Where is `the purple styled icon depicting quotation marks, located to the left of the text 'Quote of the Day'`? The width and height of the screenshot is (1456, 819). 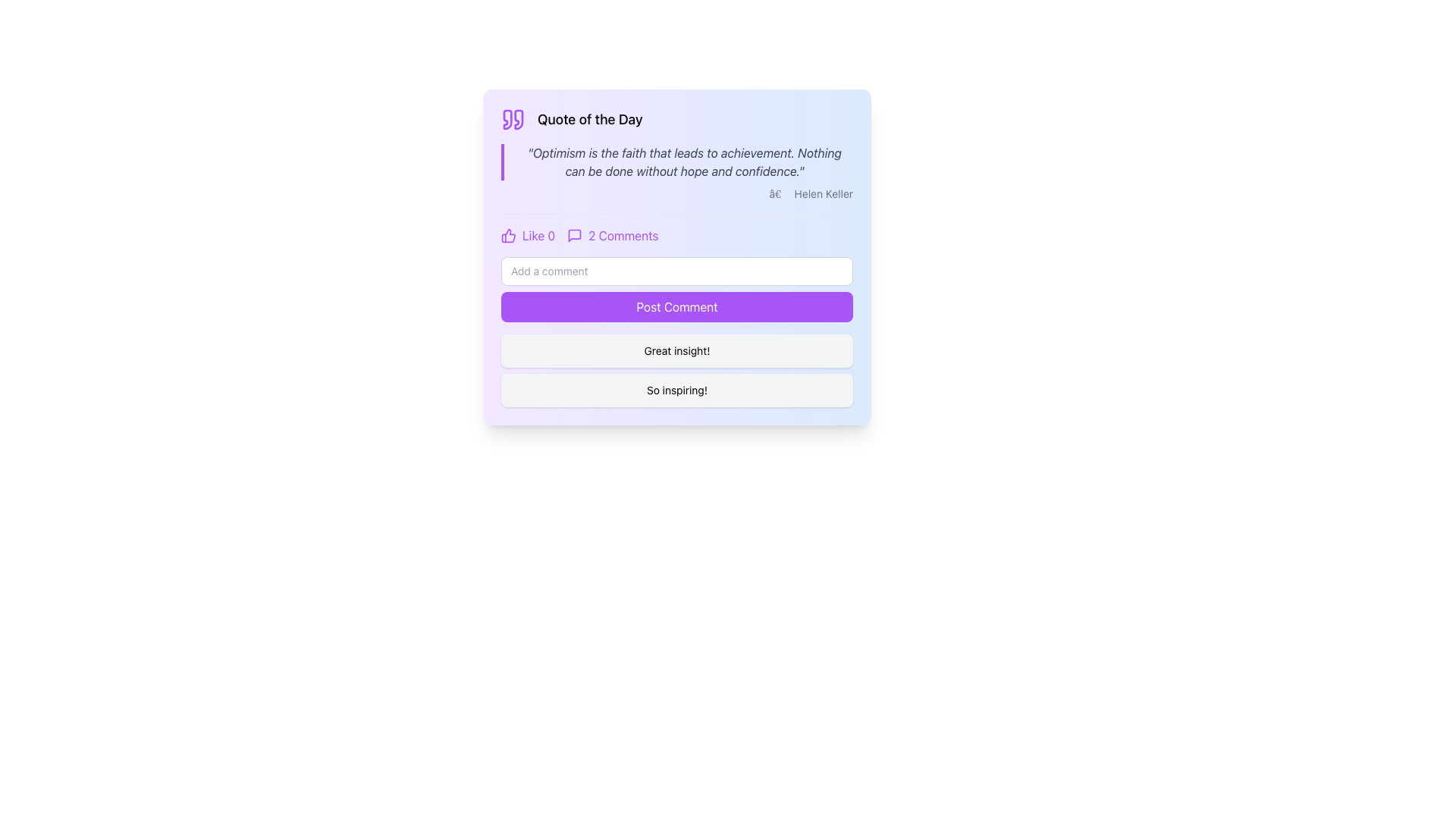
the purple styled icon depicting quotation marks, located to the left of the text 'Quote of the Day' is located at coordinates (513, 119).